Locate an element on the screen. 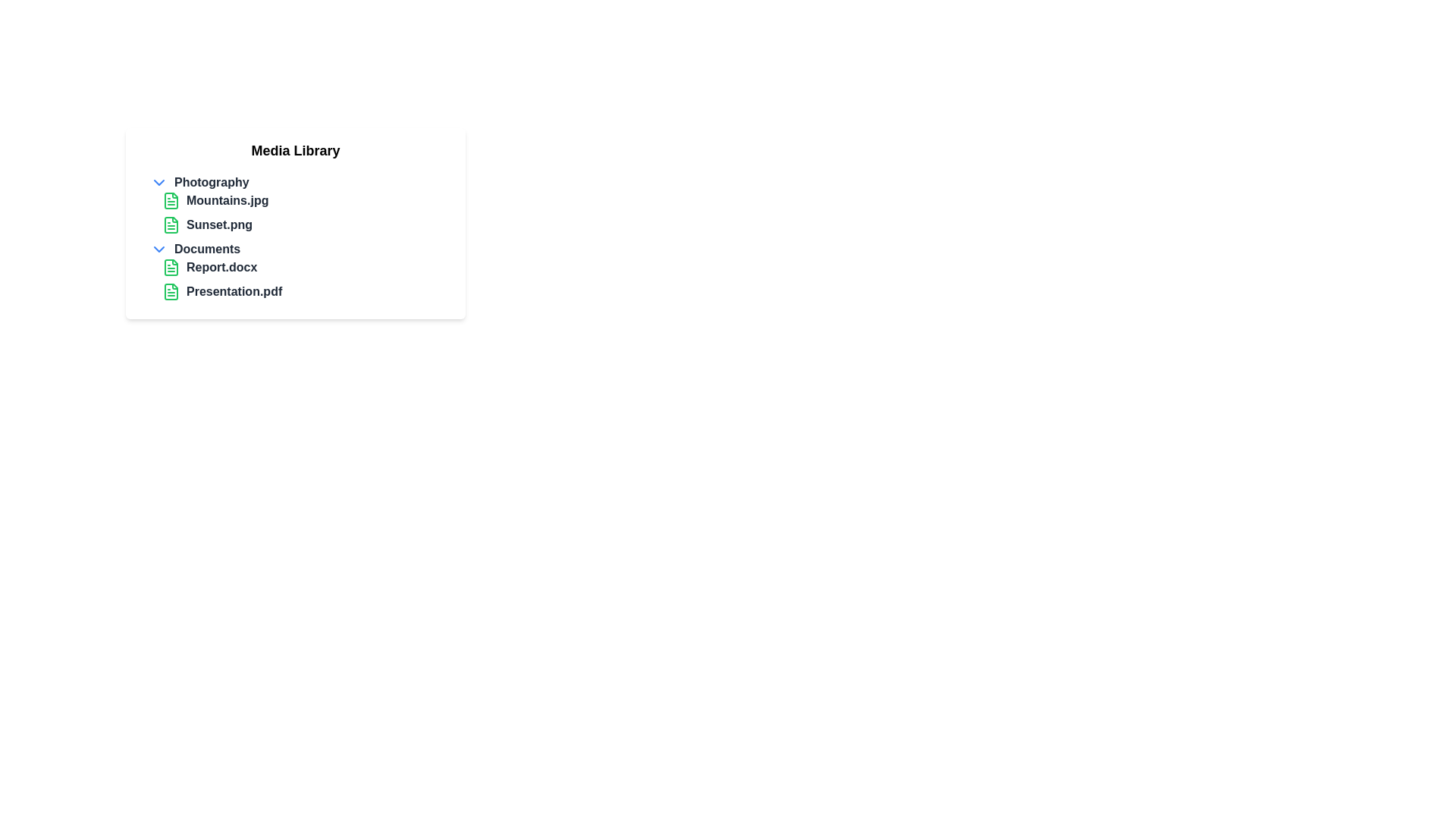  the 'Presentation.pdf' text label element, which is a bold gray text under the 'Documents' header is located at coordinates (234, 292).